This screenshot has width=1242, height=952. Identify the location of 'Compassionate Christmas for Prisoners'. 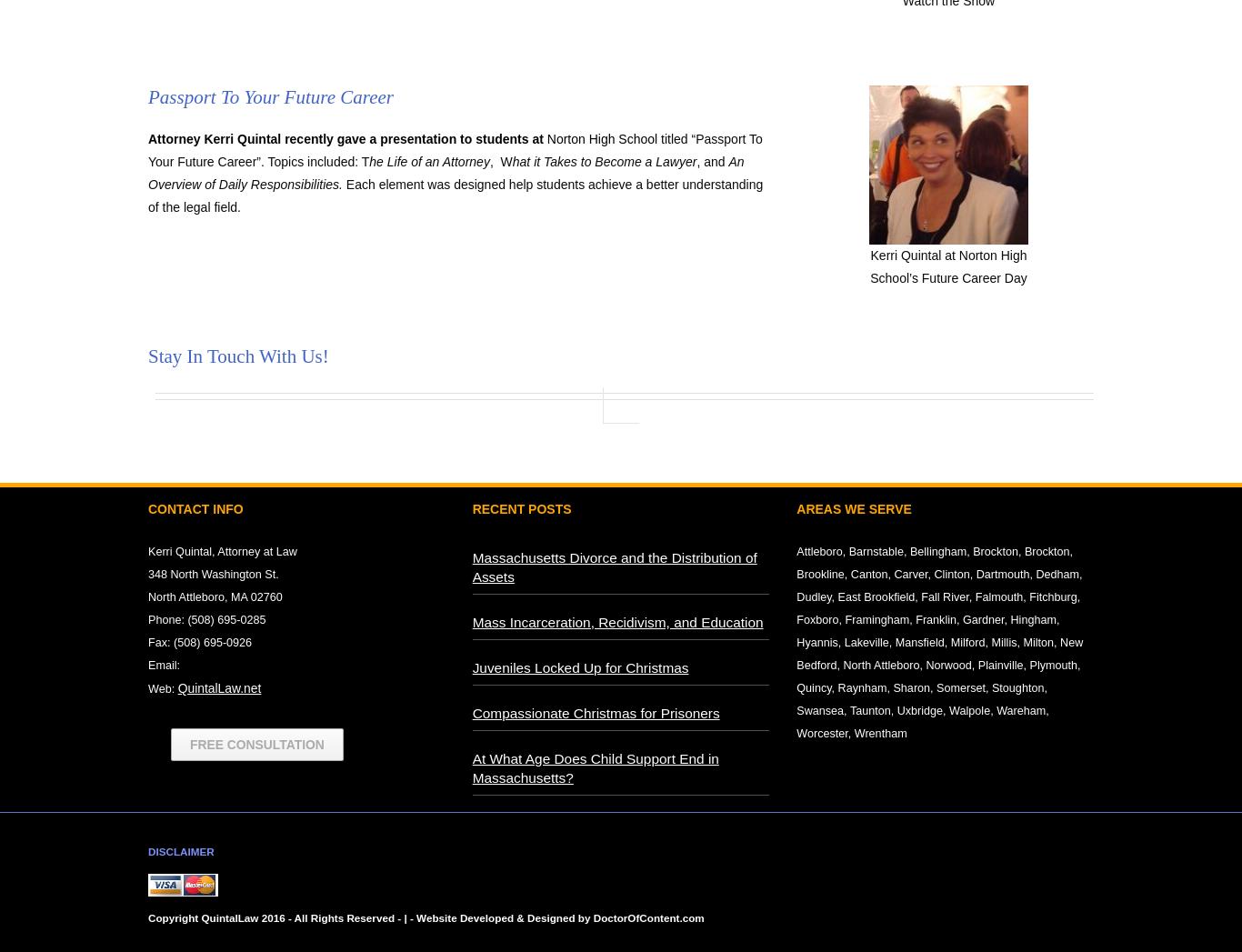
(594, 712).